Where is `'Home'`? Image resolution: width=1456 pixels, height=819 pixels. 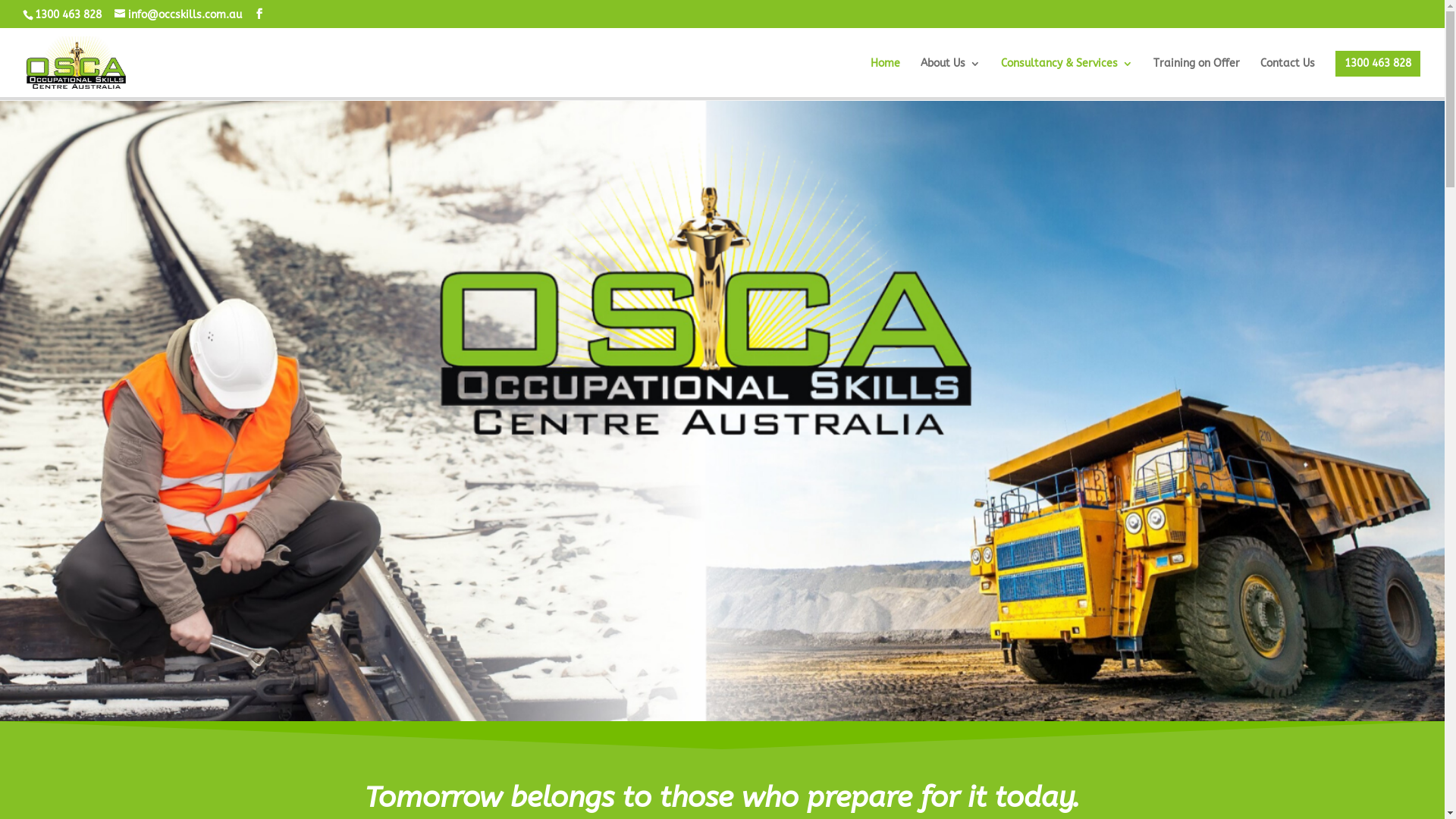 'Home' is located at coordinates (885, 75).